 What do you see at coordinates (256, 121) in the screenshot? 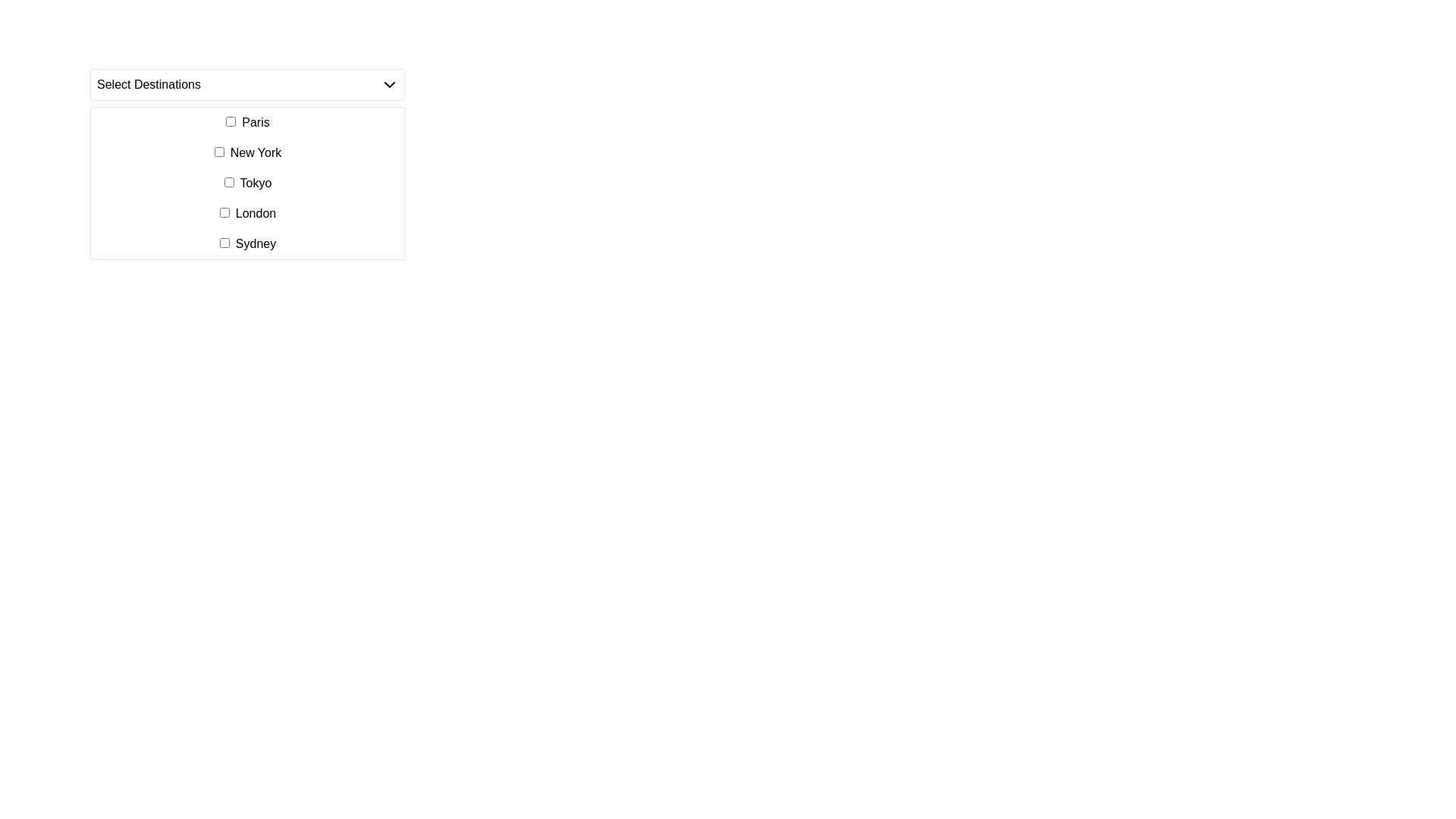
I see `text label 'Paris' located in the dropdown menu under 'Select Destinations', positioned to the right of a checkbox` at bounding box center [256, 121].